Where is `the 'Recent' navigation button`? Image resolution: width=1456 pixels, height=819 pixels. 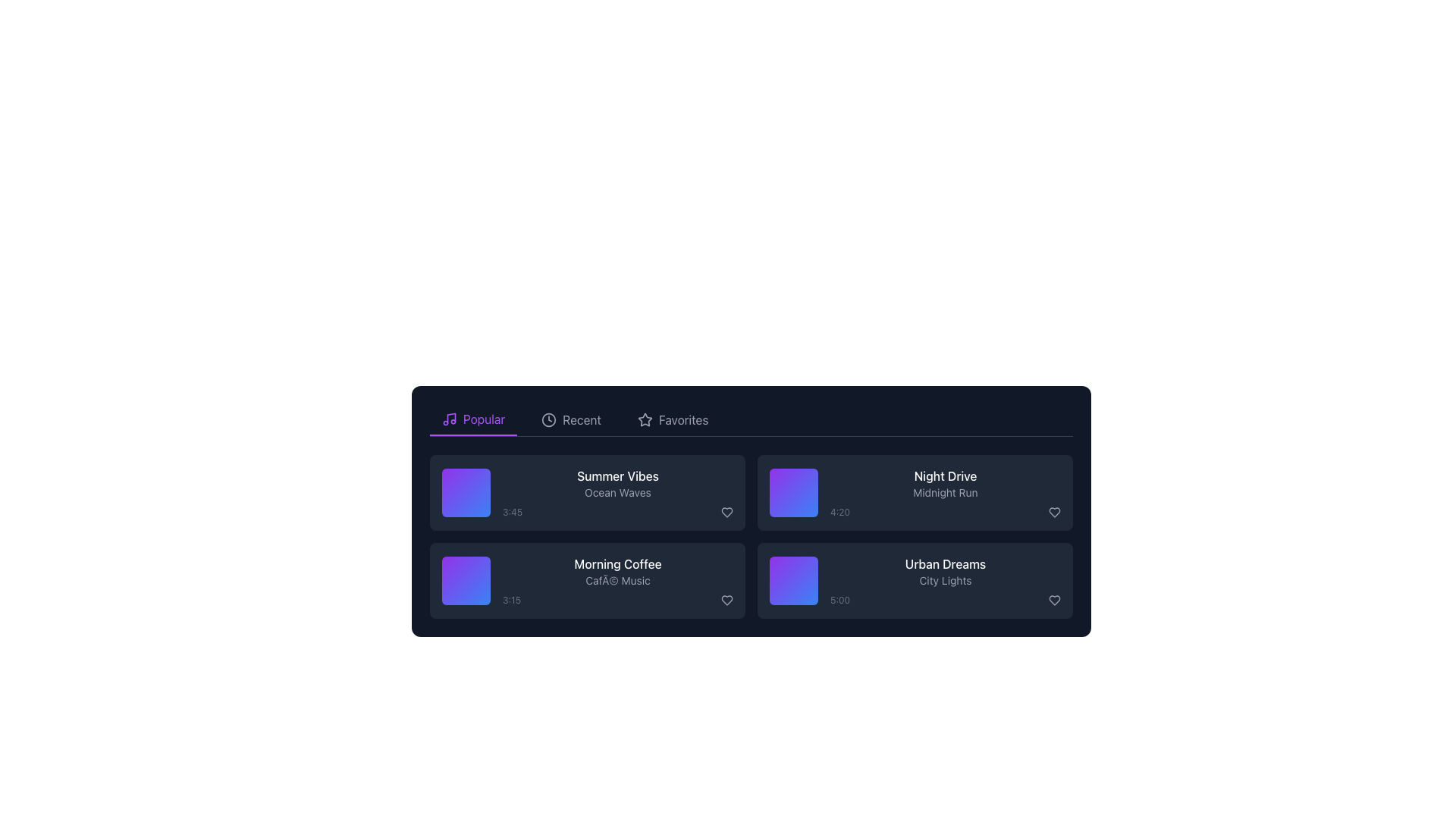 the 'Recent' navigation button is located at coordinates (570, 420).